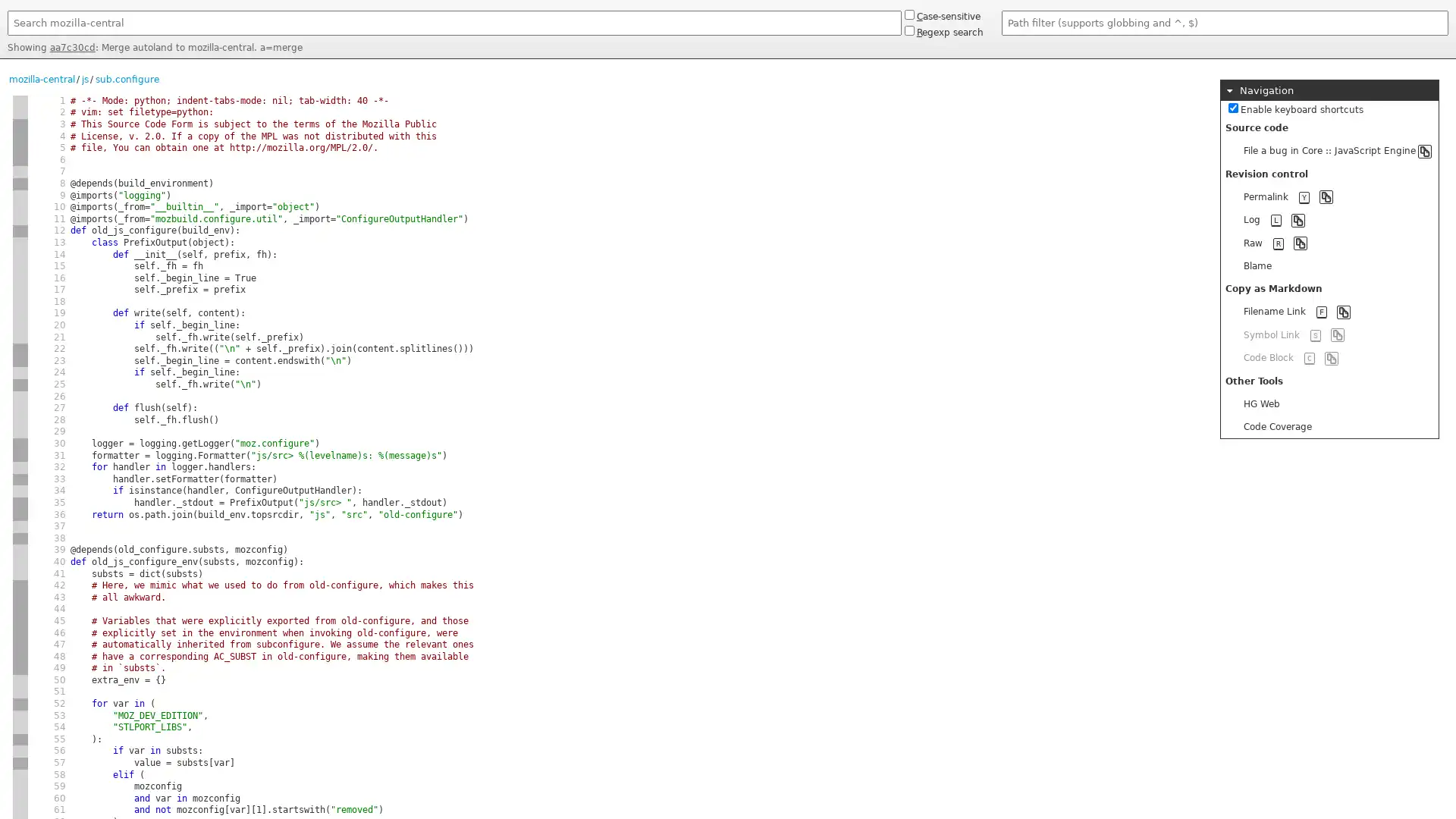 Image resolution: width=1456 pixels, height=819 pixels. What do you see at coordinates (20, 739) in the screenshot?
I see `new hash 8` at bounding box center [20, 739].